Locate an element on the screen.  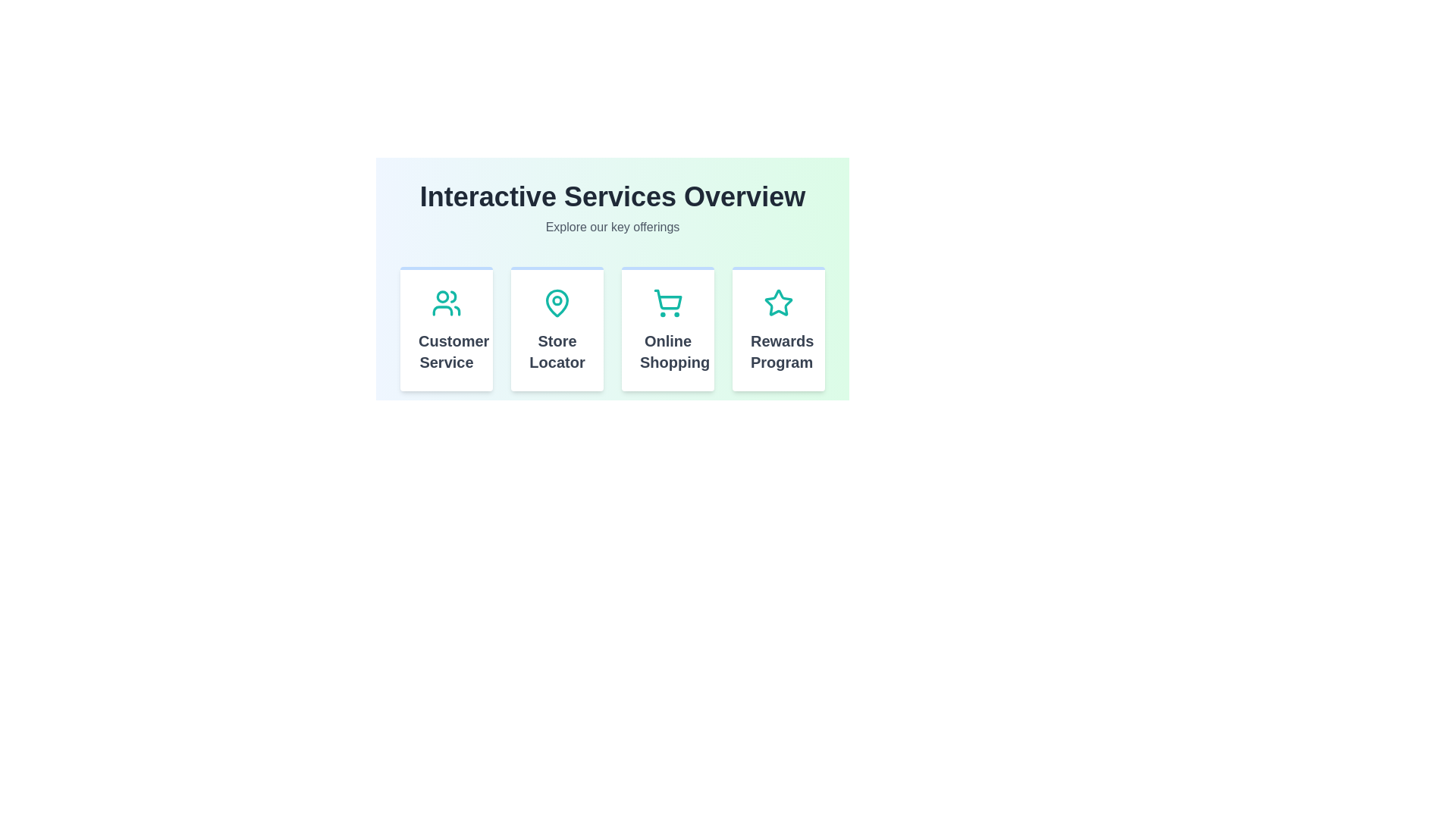
the 'Store Locator' text, which is styled in bold dark gray and located at the bottom of the second card in the 'Interactive Services Overview' section is located at coordinates (556, 351).